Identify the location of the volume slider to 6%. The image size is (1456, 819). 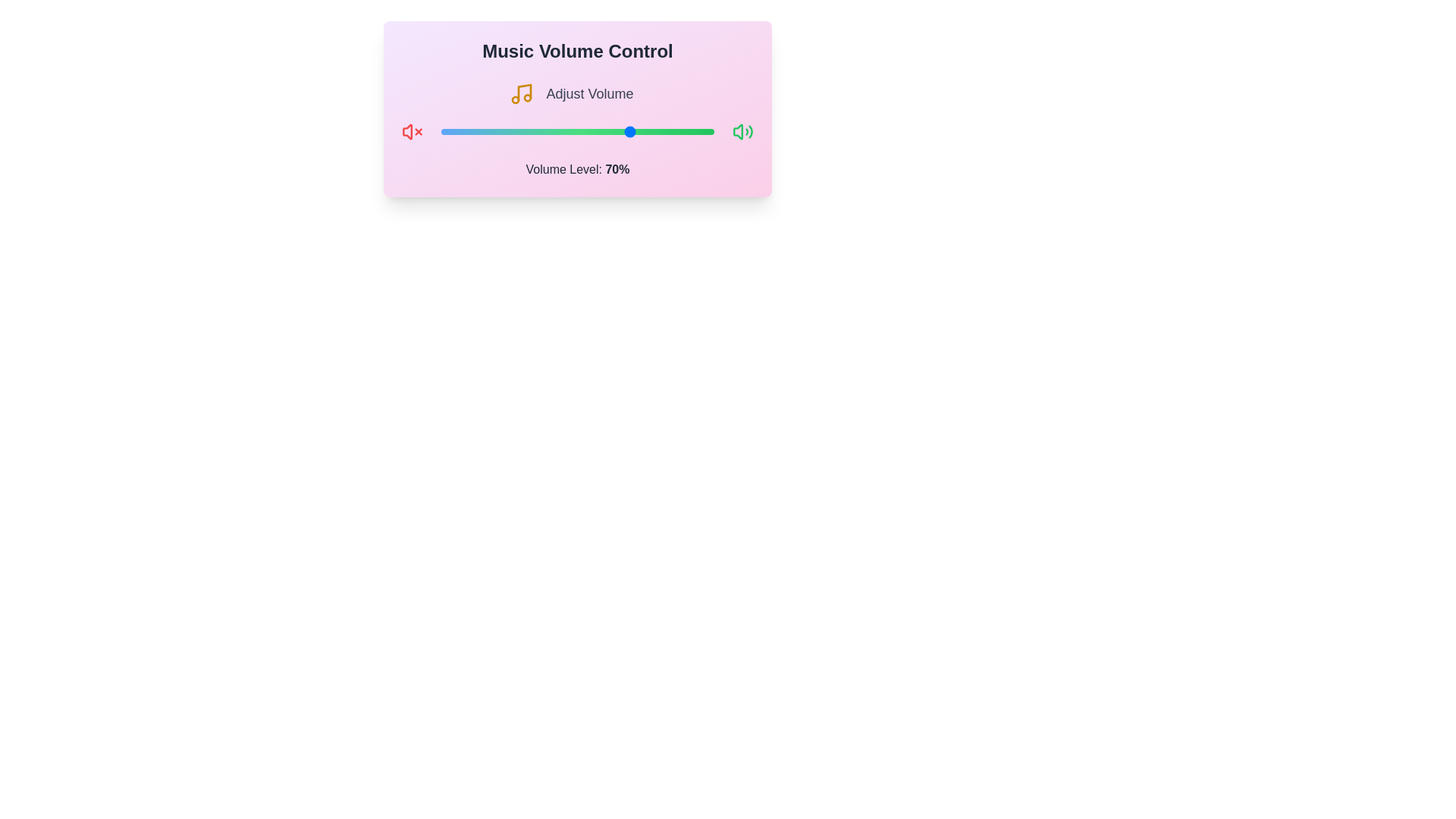
(457, 130).